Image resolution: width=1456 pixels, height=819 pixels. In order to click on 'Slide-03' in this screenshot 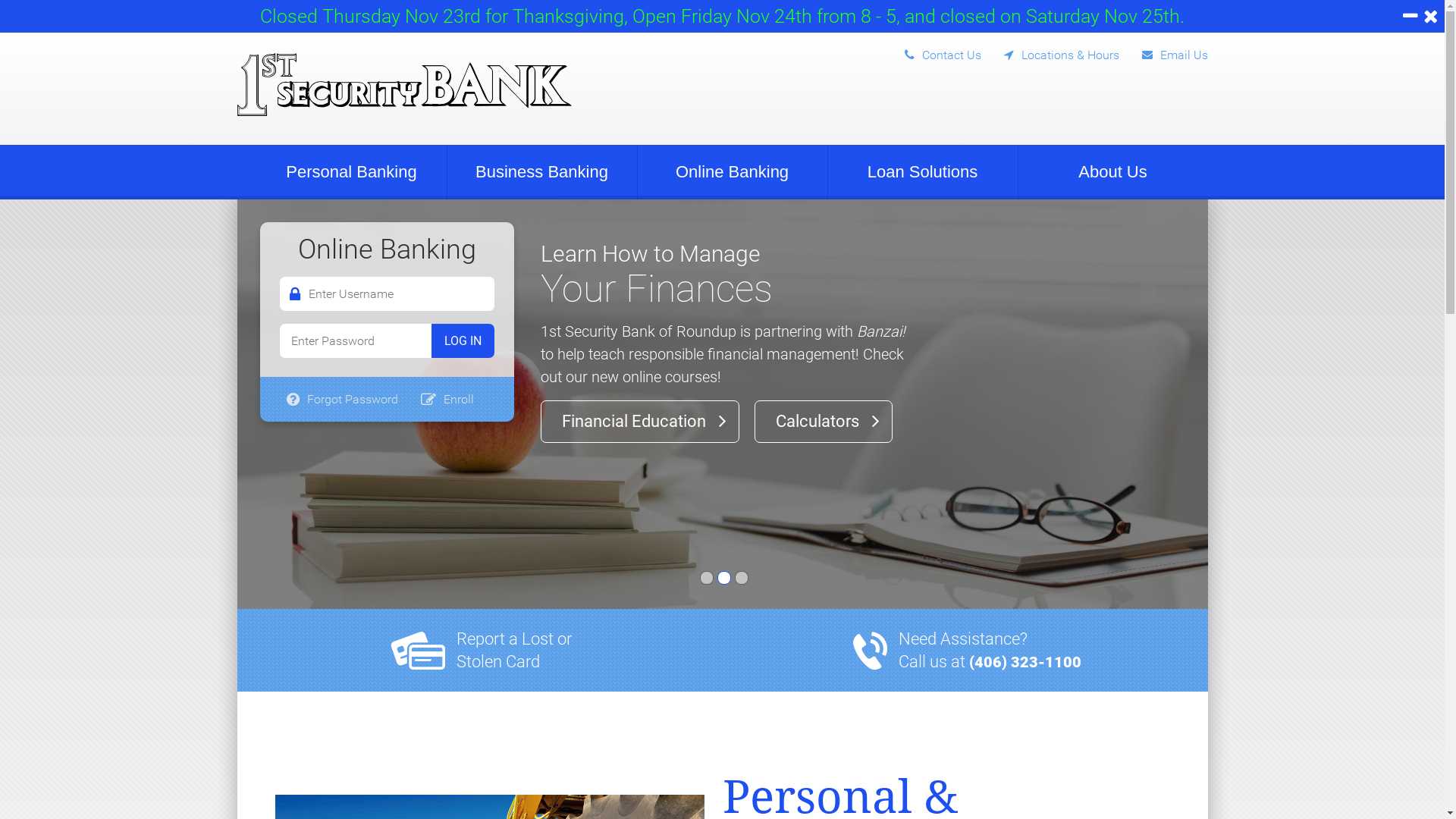, I will do `click(734, 578)`.